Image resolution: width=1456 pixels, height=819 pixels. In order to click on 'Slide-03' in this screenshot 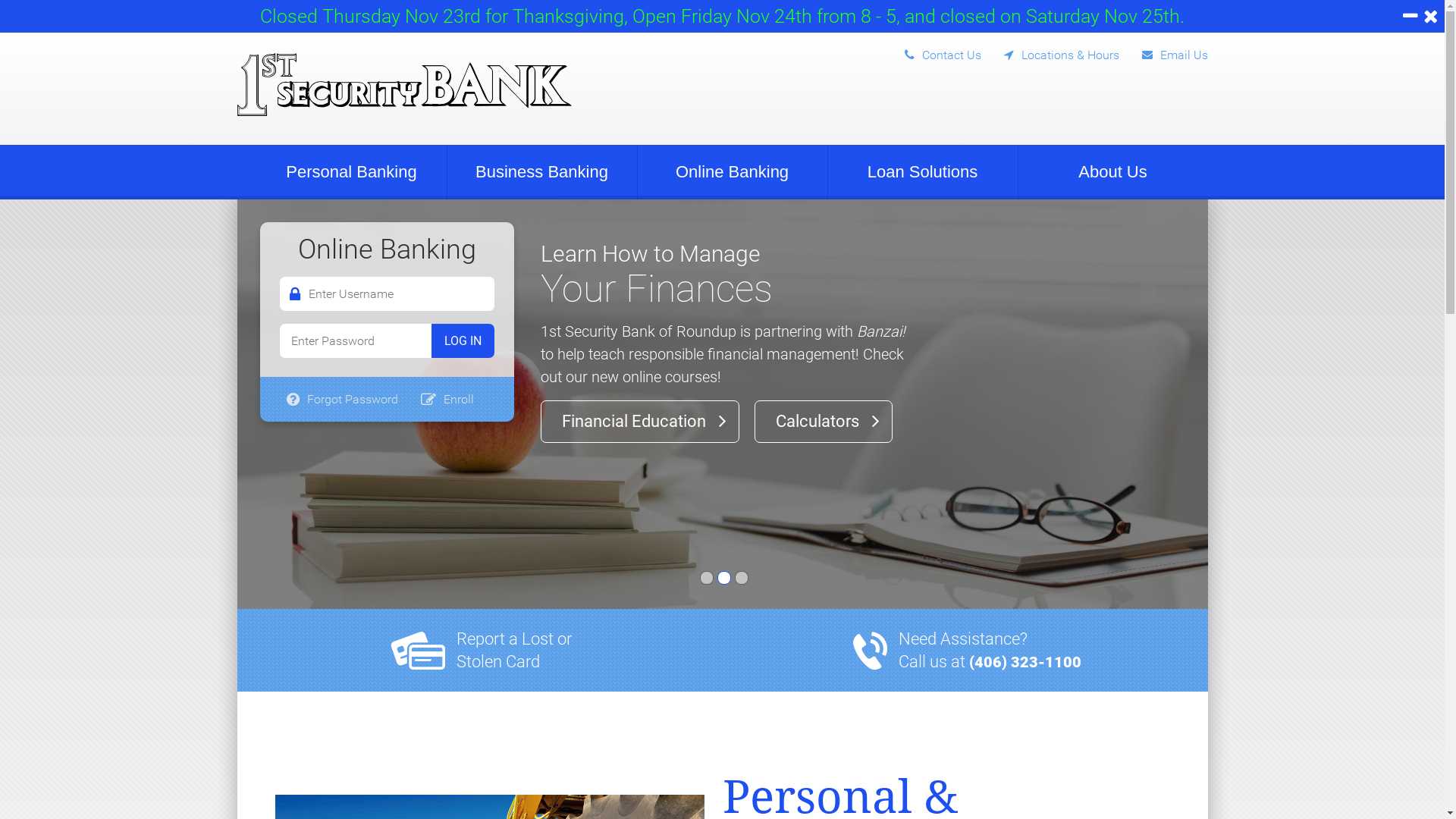, I will do `click(734, 578)`.